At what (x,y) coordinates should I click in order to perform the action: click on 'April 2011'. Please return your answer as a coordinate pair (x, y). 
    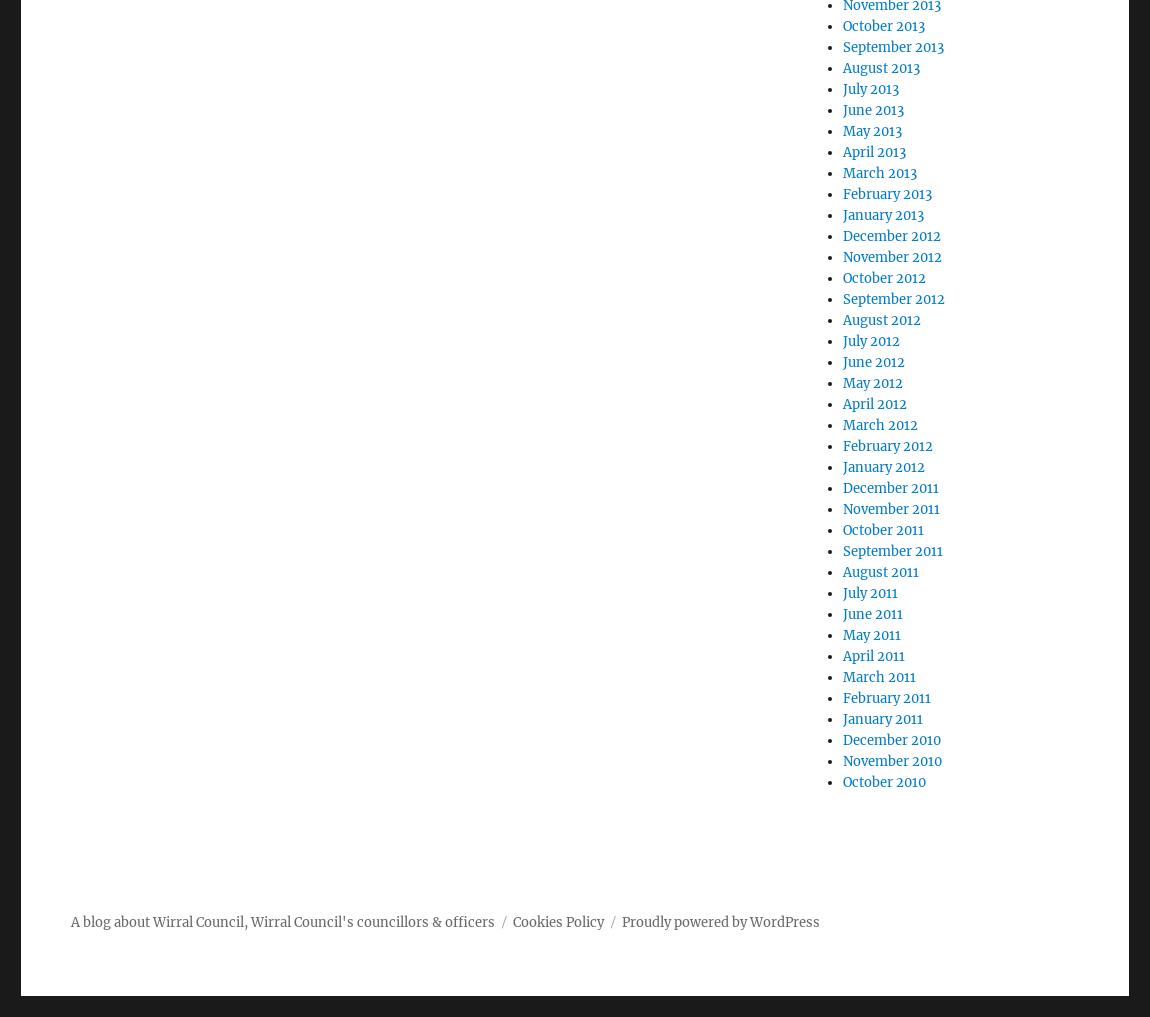
    Looking at the image, I should click on (874, 656).